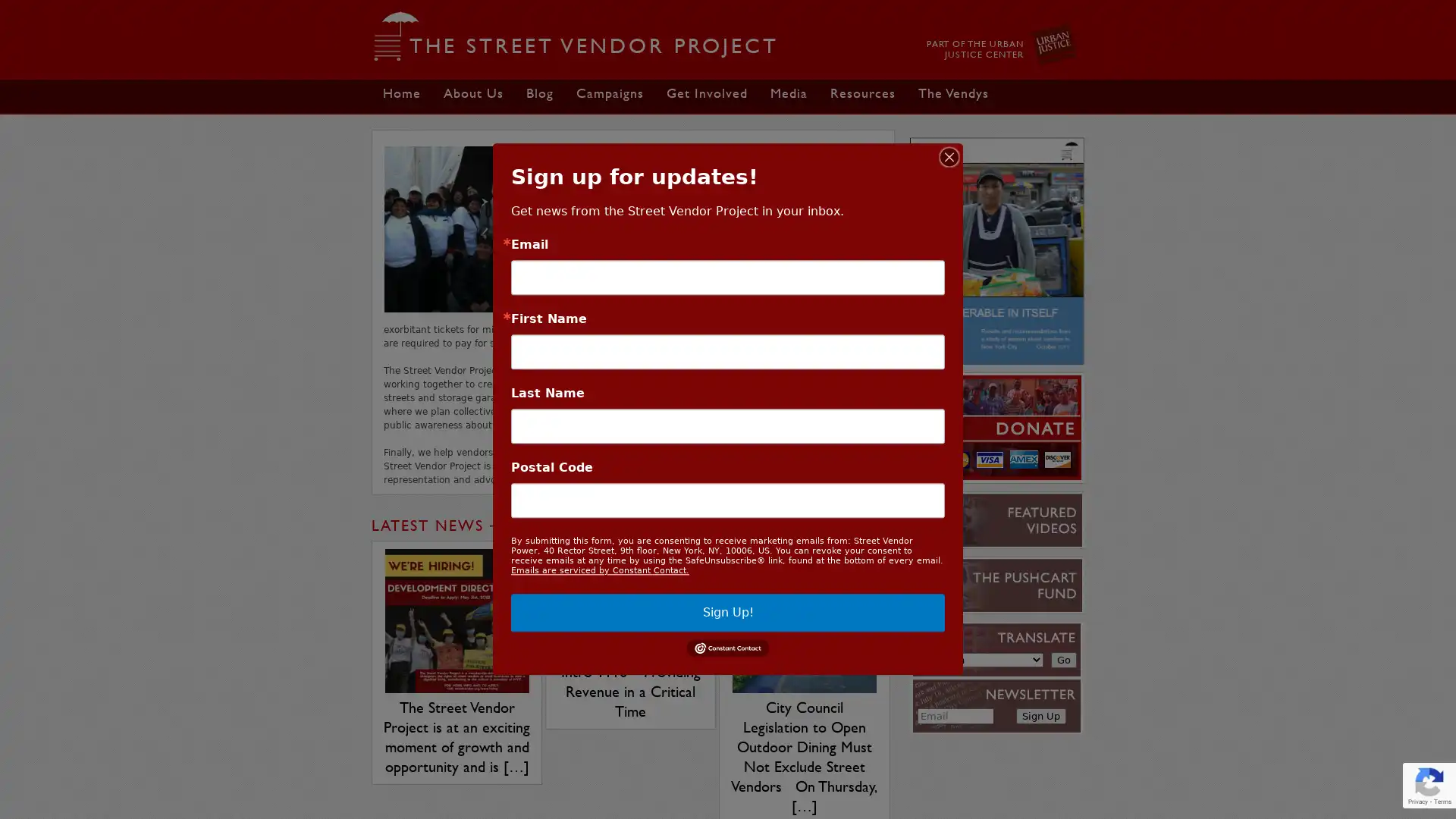 Image resolution: width=1456 pixels, height=819 pixels. What do you see at coordinates (1062, 659) in the screenshot?
I see `Go` at bounding box center [1062, 659].